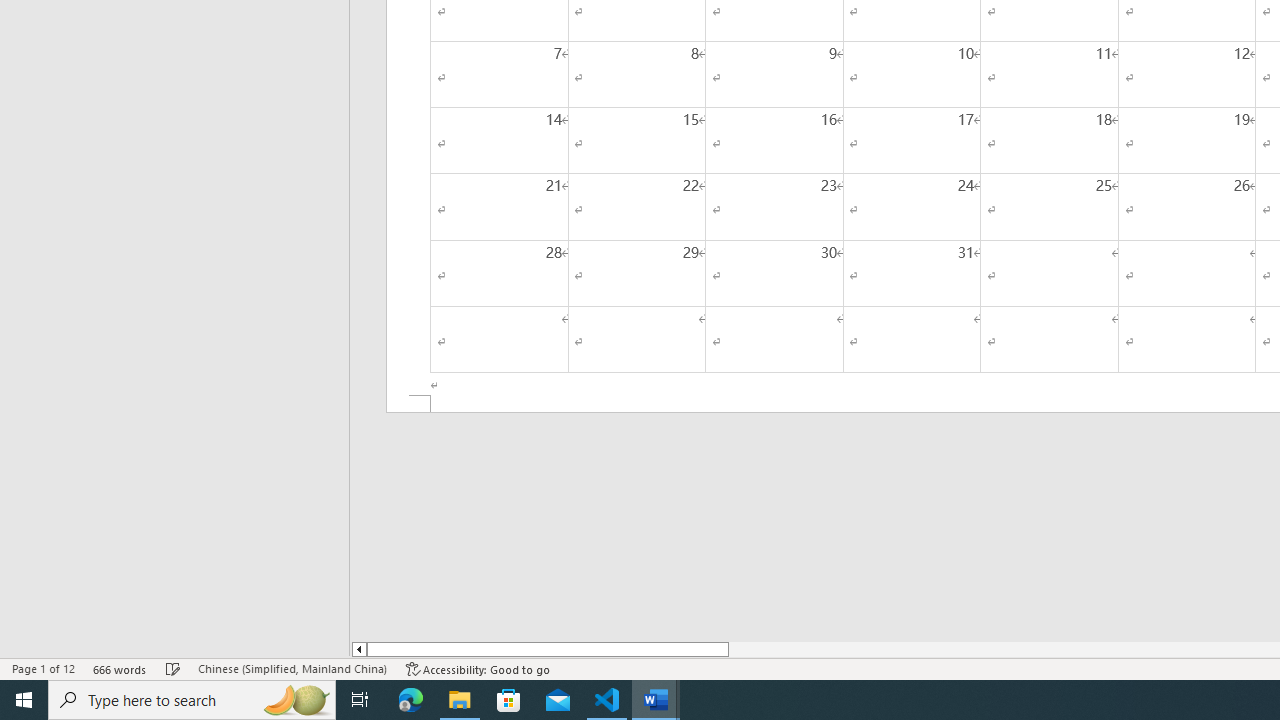  What do you see at coordinates (291, 669) in the screenshot?
I see `'Language Chinese (Simplified, Mainland China)'` at bounding box center [291, 669].